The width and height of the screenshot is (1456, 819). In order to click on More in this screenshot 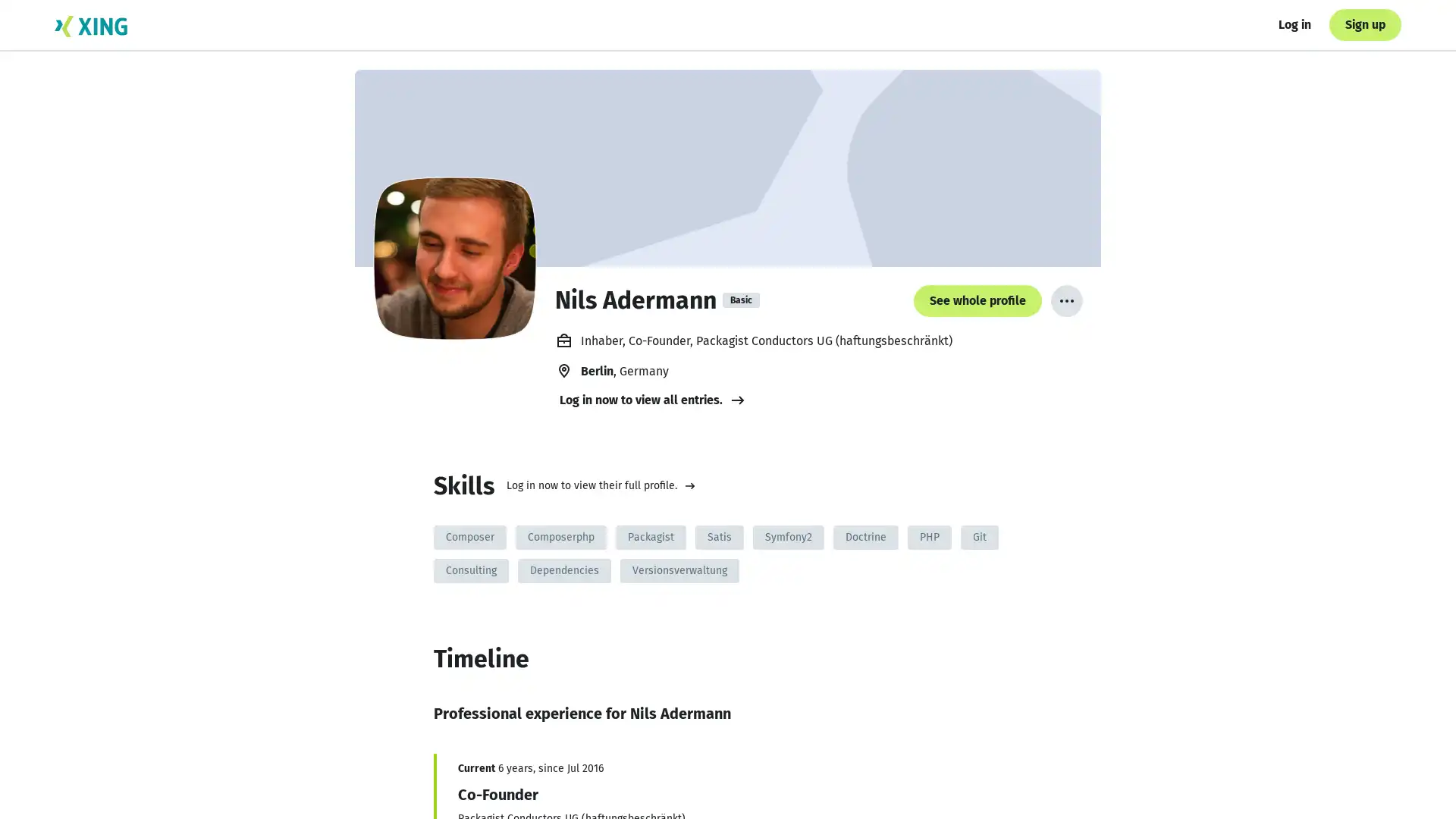, I will do `click(1065, 301)`.